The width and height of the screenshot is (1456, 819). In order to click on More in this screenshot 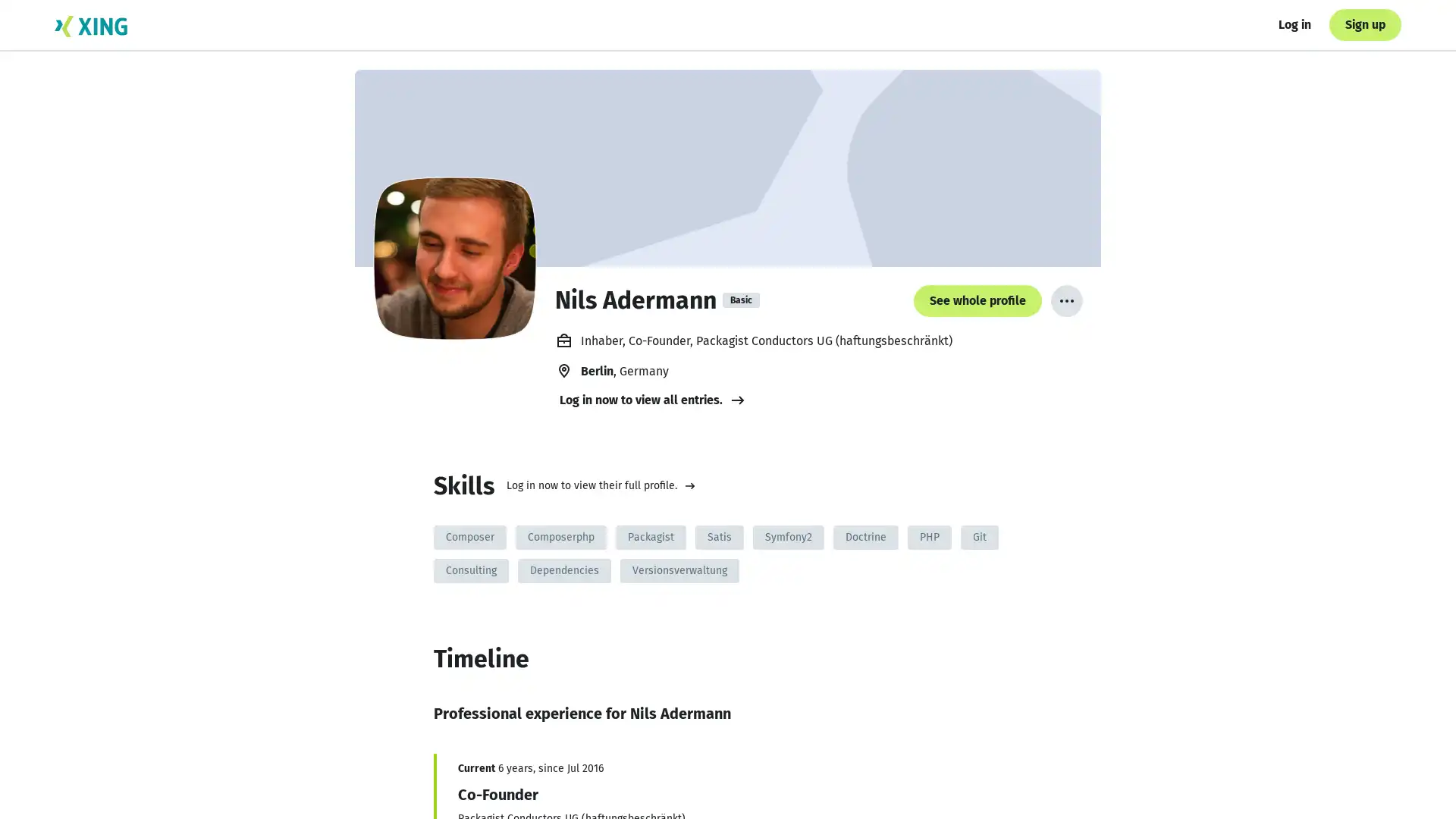, I will do `click(1065, 301)`.